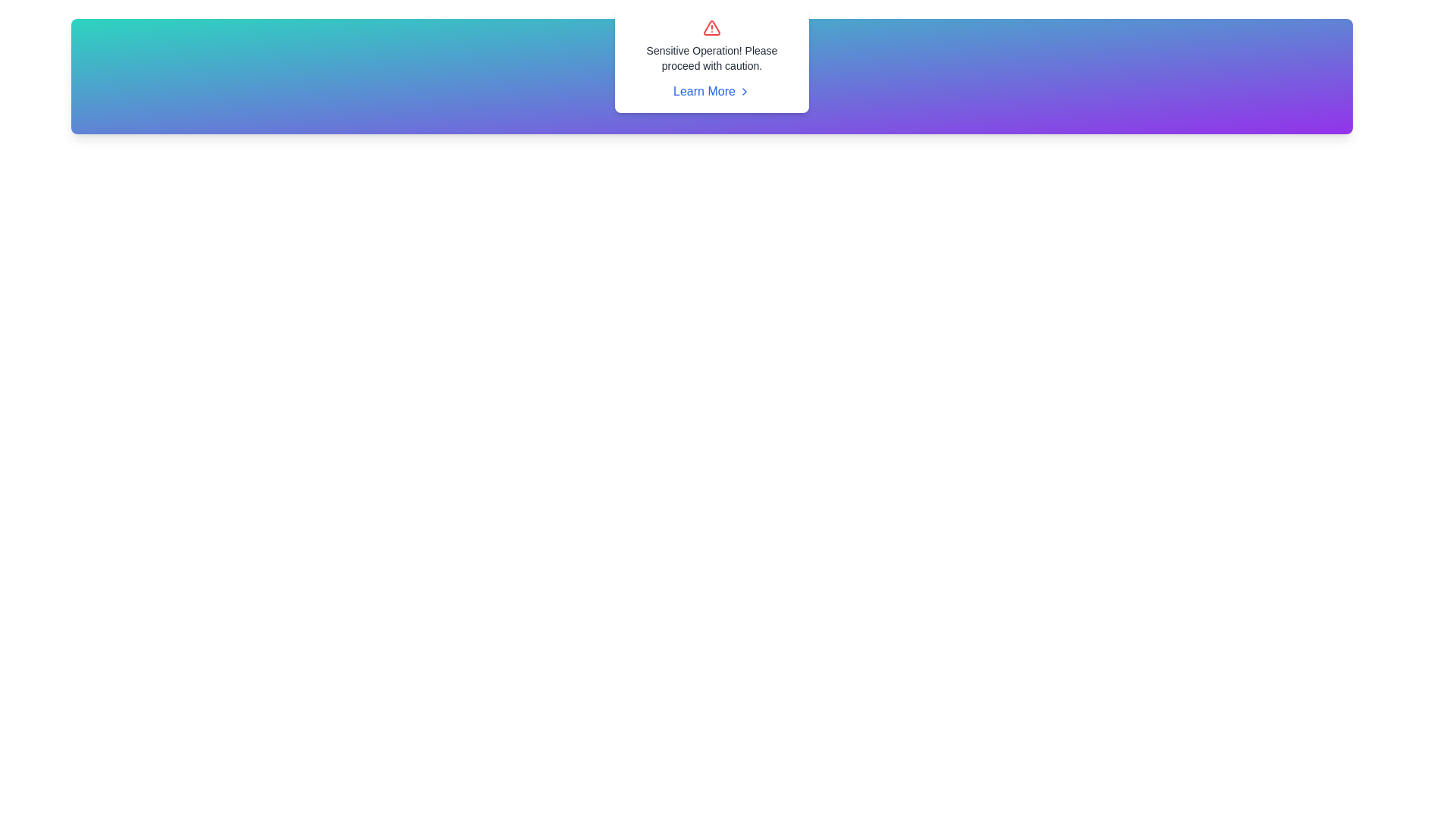 This screenshot has width=1456, height=819. Describe the element at coordinates (744, 91) in the screenshot. I see `the small, right-pointing chevron-shaped icon adjacent to the 'Learn More' text, which is part of an interactive link component` at that location.